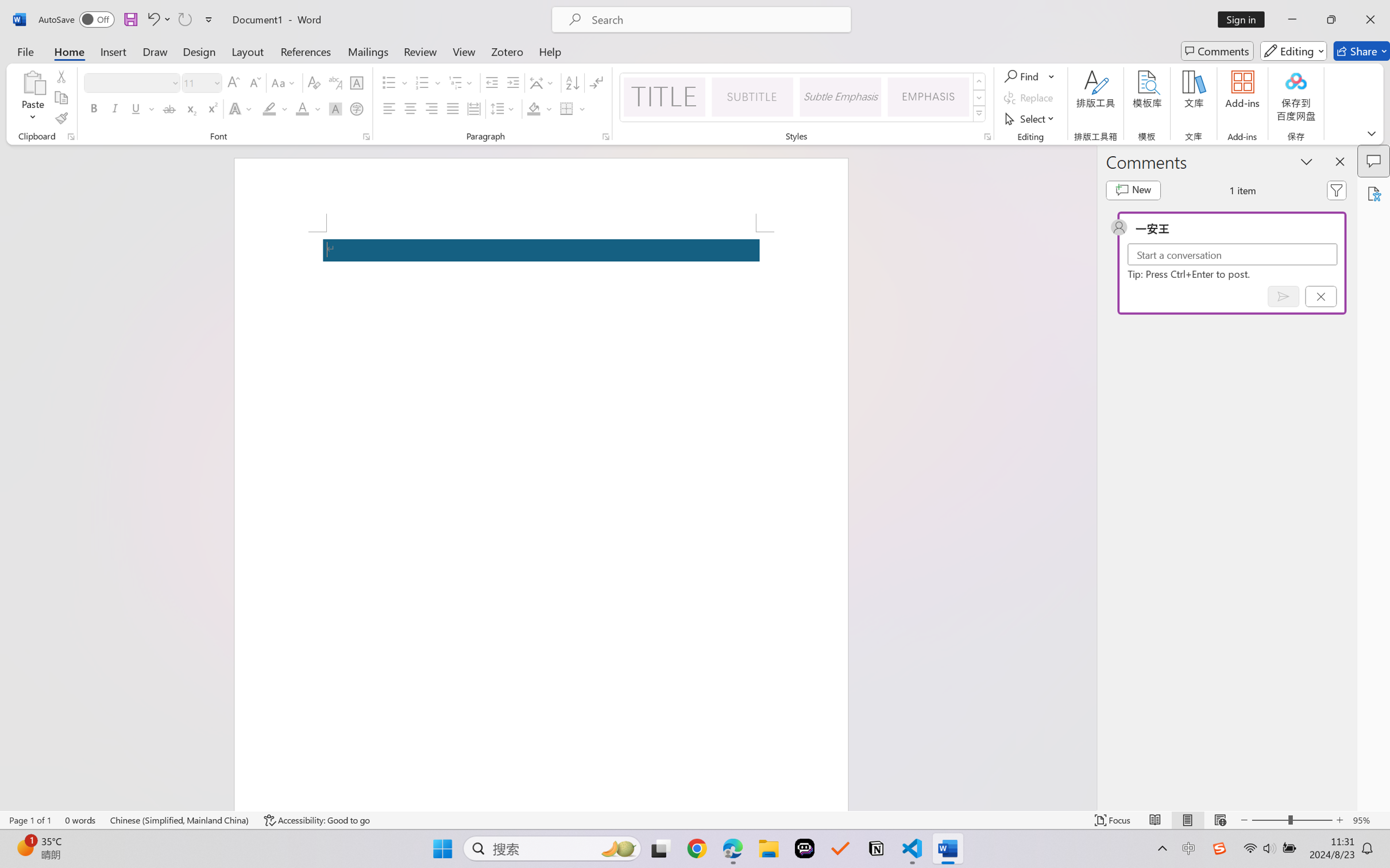  I want to click on 'Filter', so click(1337, 190).